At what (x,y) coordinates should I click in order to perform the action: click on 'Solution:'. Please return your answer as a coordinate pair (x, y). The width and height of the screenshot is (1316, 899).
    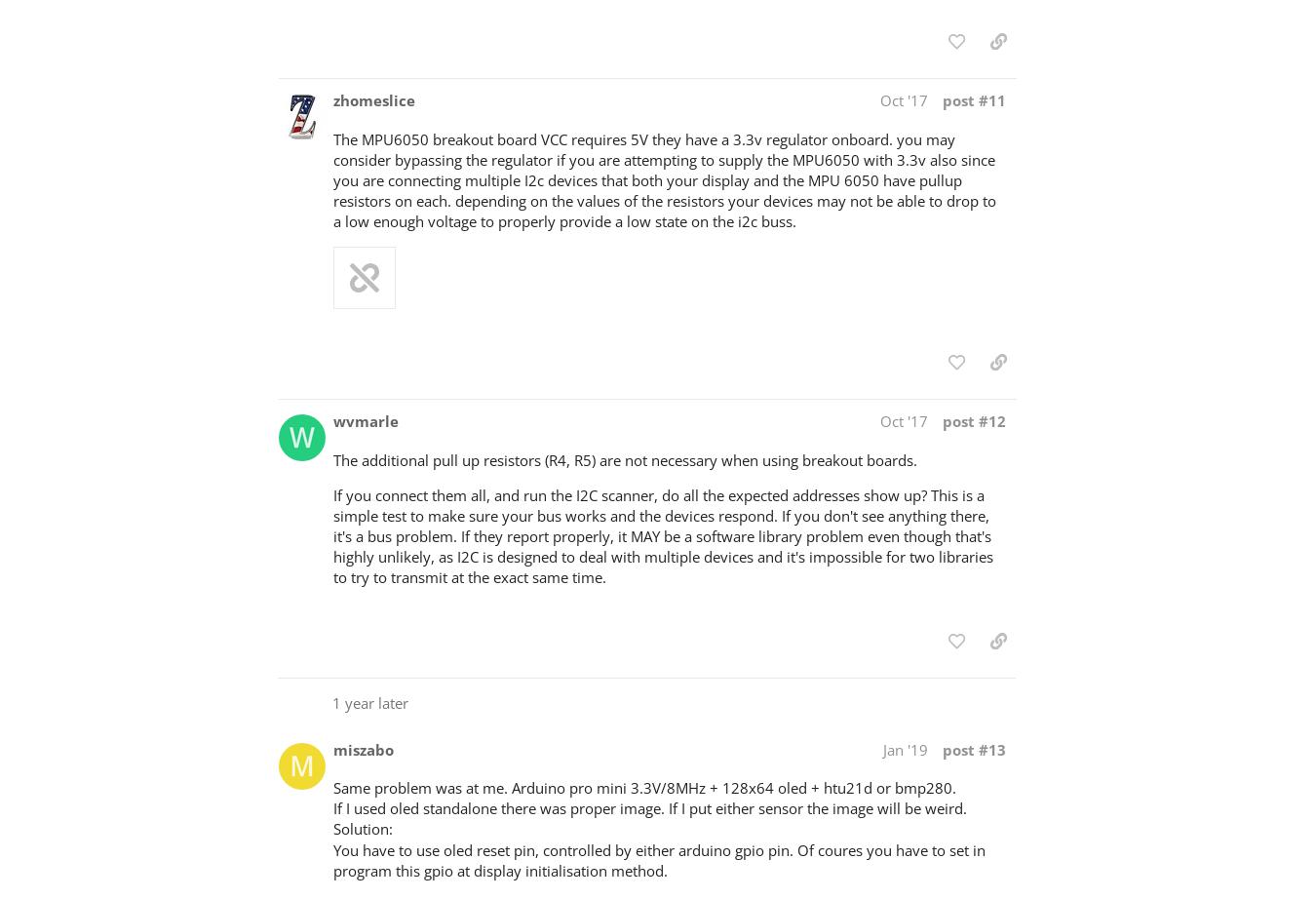
    Looking at the image, I should click on (332, 827).